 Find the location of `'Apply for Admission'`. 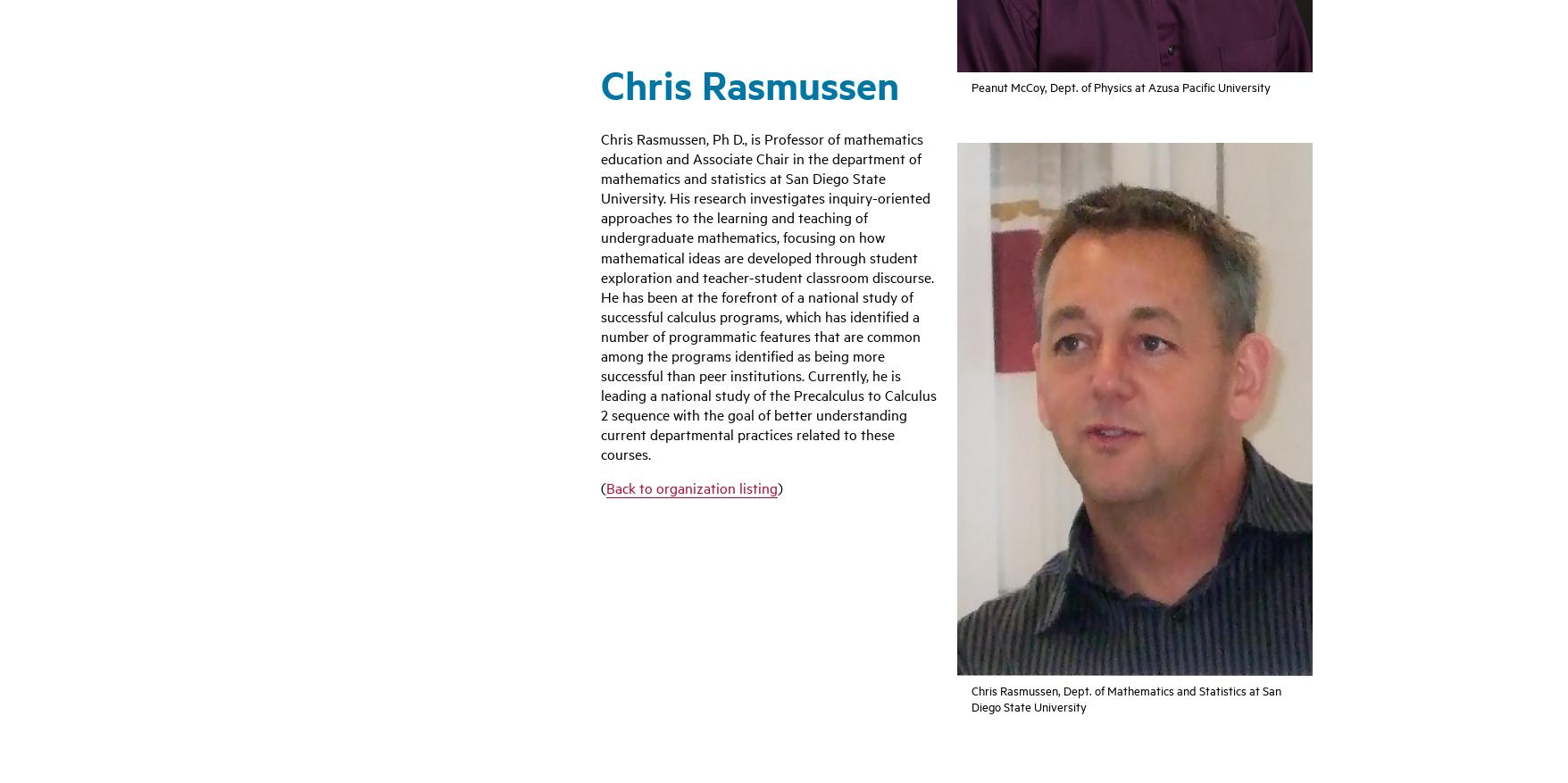

'Apply for Admission' is located at coordinates (588, 517).